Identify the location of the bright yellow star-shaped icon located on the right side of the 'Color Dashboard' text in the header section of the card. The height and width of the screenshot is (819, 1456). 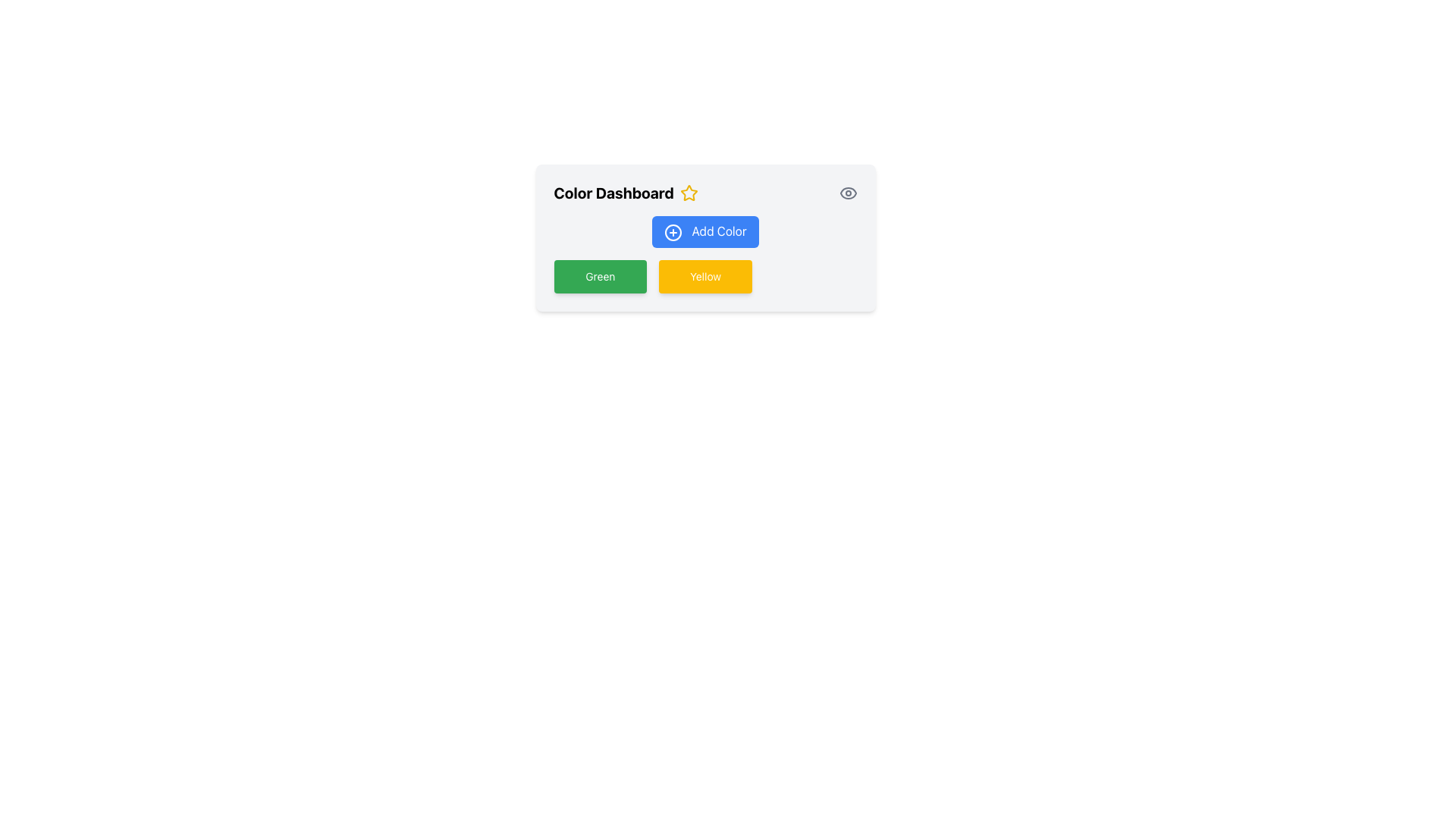
(688, 192).